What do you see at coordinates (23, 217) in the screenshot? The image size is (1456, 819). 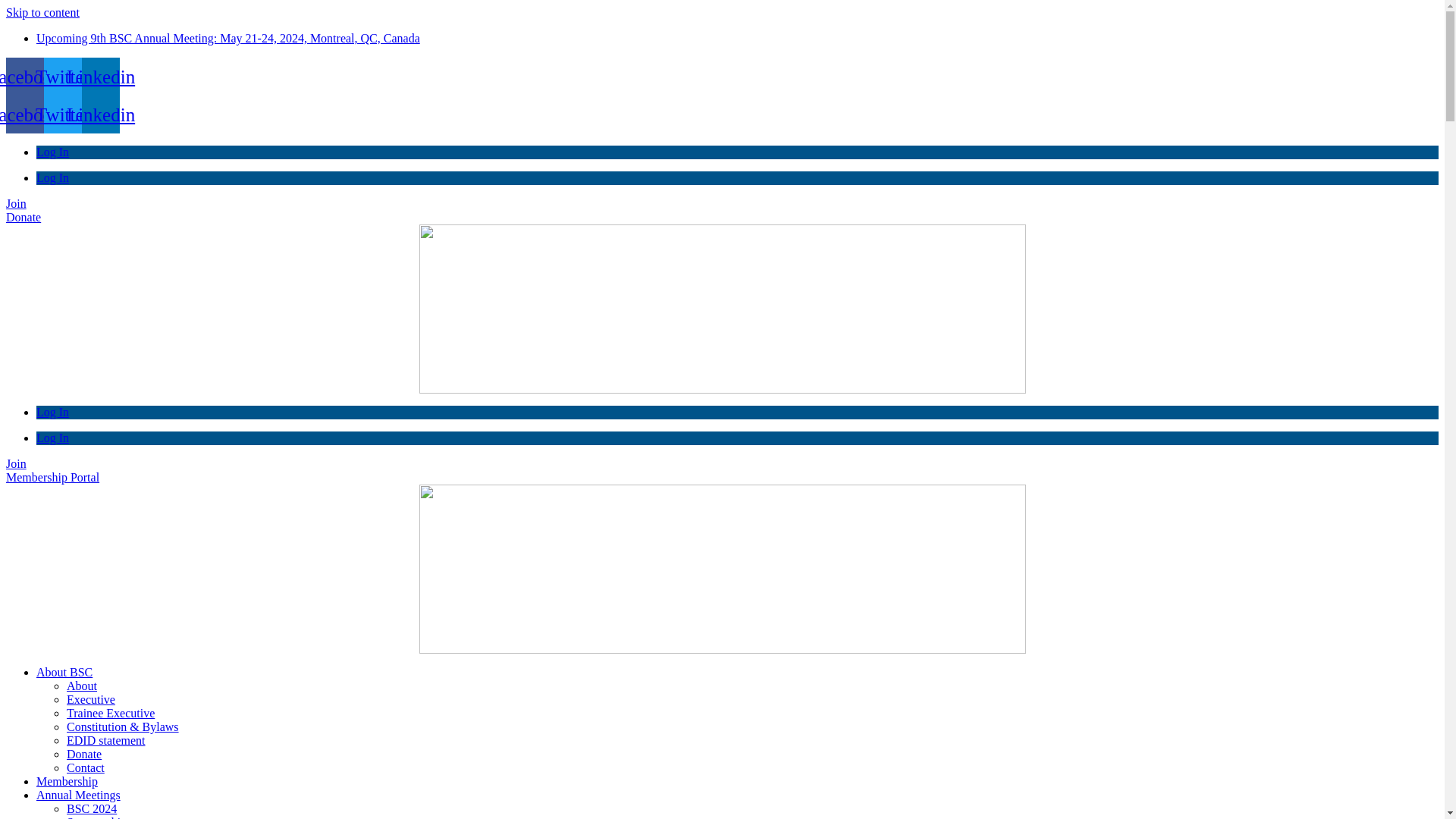 I see `'Donate'` at bounding box center [23, 217].